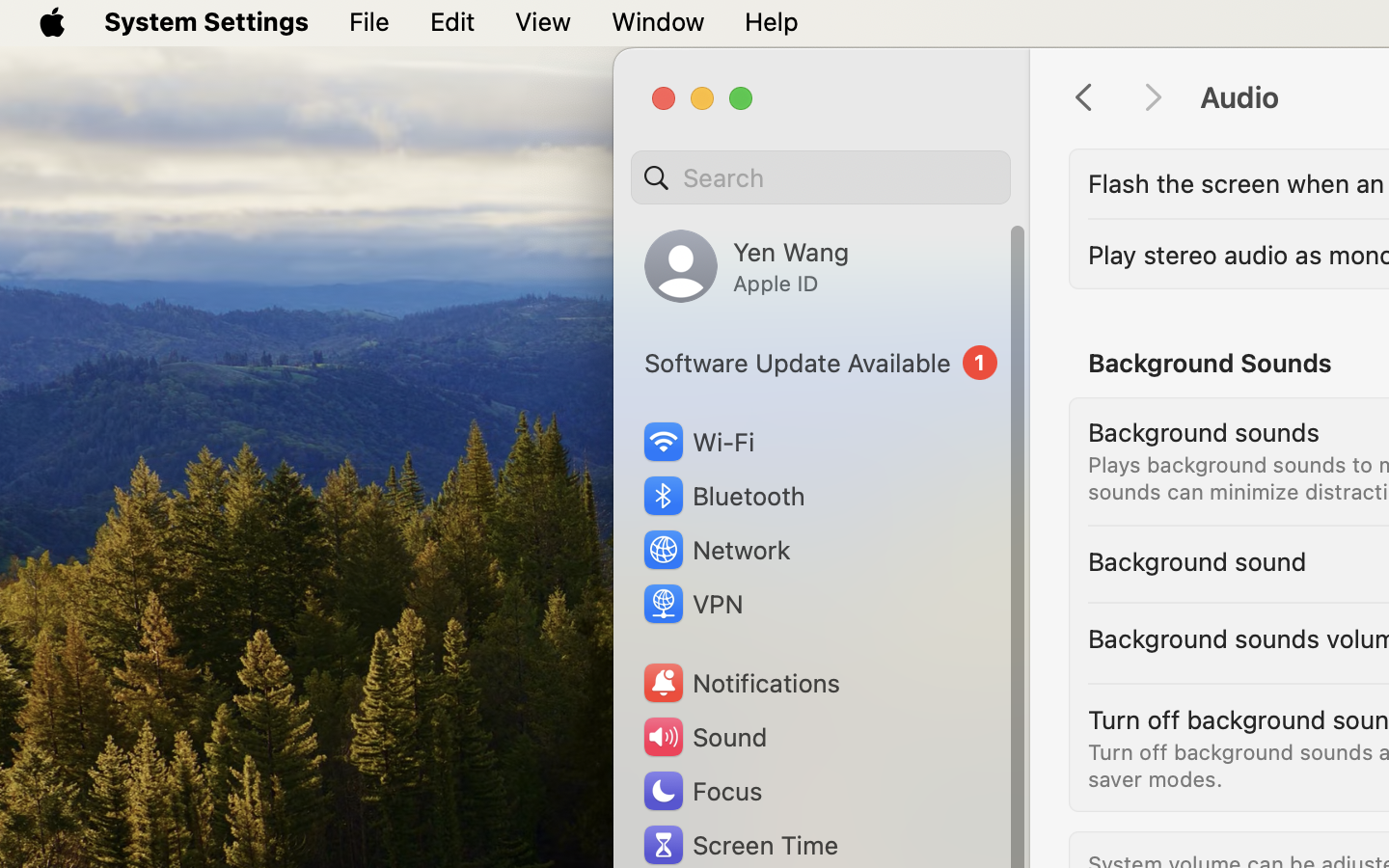  Describe the element at coordinates (715, 549) in the screenshot. I see `'Network'` at that location.